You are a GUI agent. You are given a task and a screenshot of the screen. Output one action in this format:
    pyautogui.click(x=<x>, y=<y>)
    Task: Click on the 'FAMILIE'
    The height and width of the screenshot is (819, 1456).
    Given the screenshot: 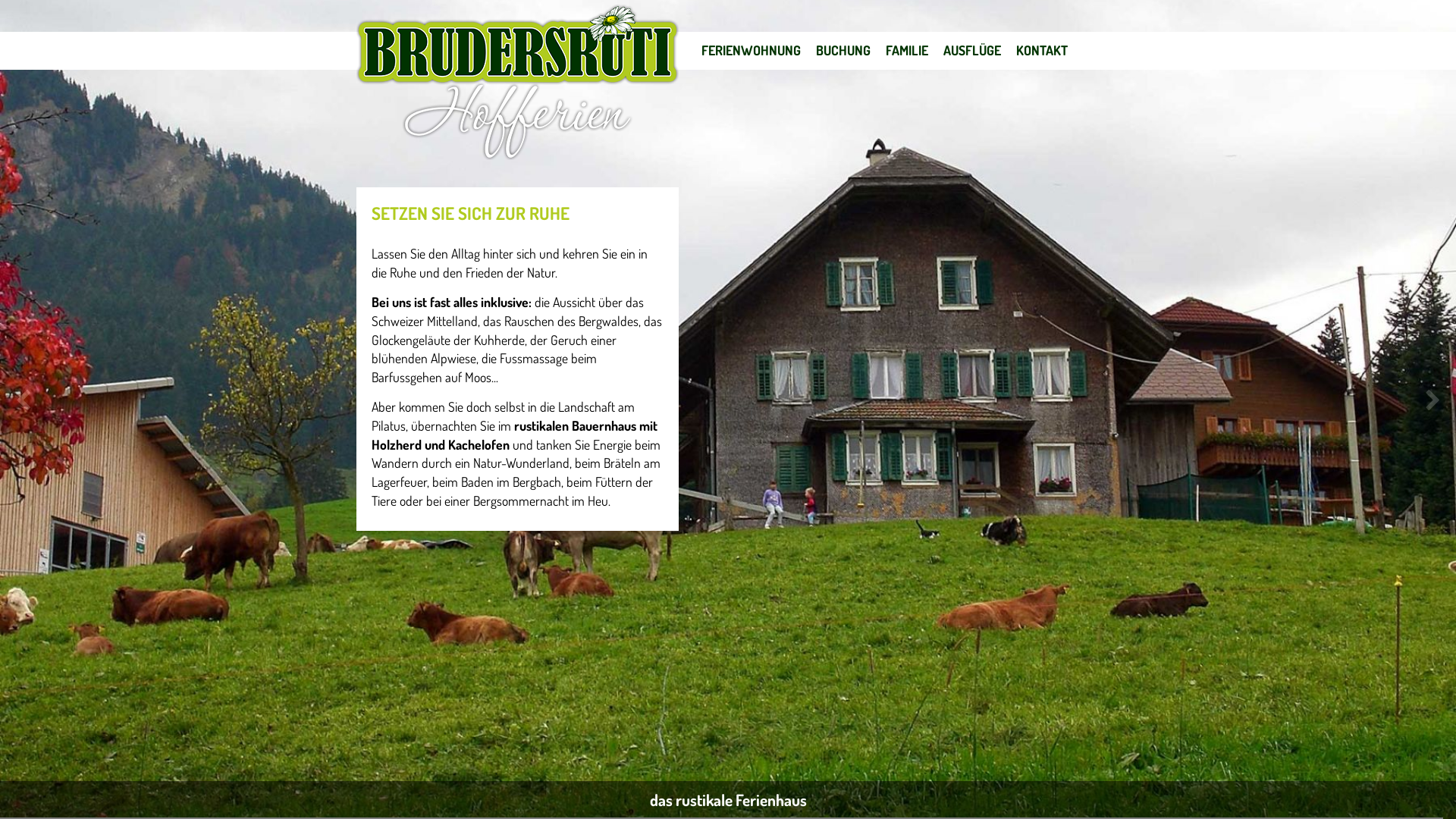 What is the action you would take?
    pyautogui.click(x=906, y=49)
    